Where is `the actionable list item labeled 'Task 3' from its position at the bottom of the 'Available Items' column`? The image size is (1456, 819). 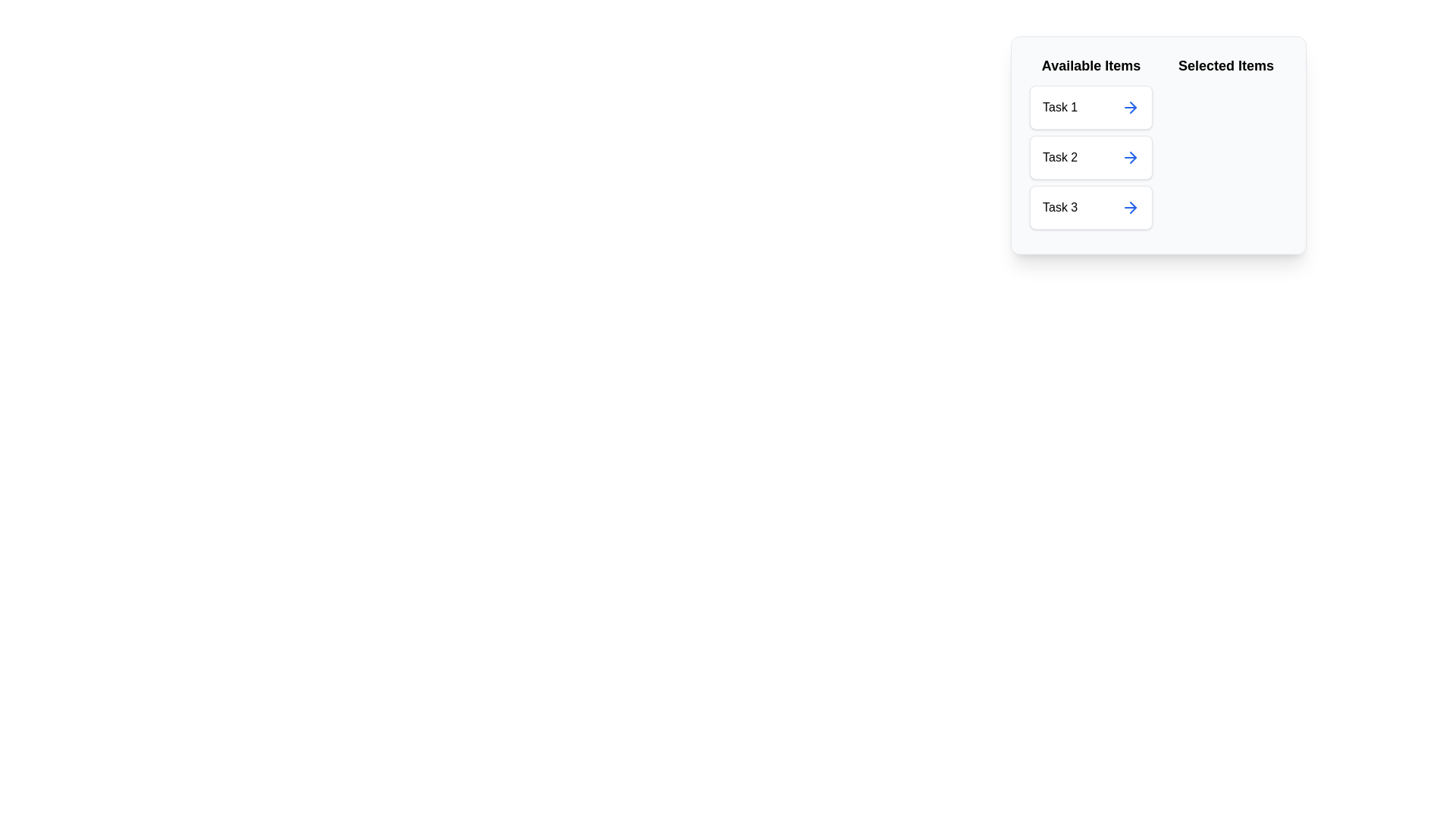 the actionable list item labeled 'Task 3' from its position at the bottom of the 'Available Items' column is located at coordinates (1090, 207).